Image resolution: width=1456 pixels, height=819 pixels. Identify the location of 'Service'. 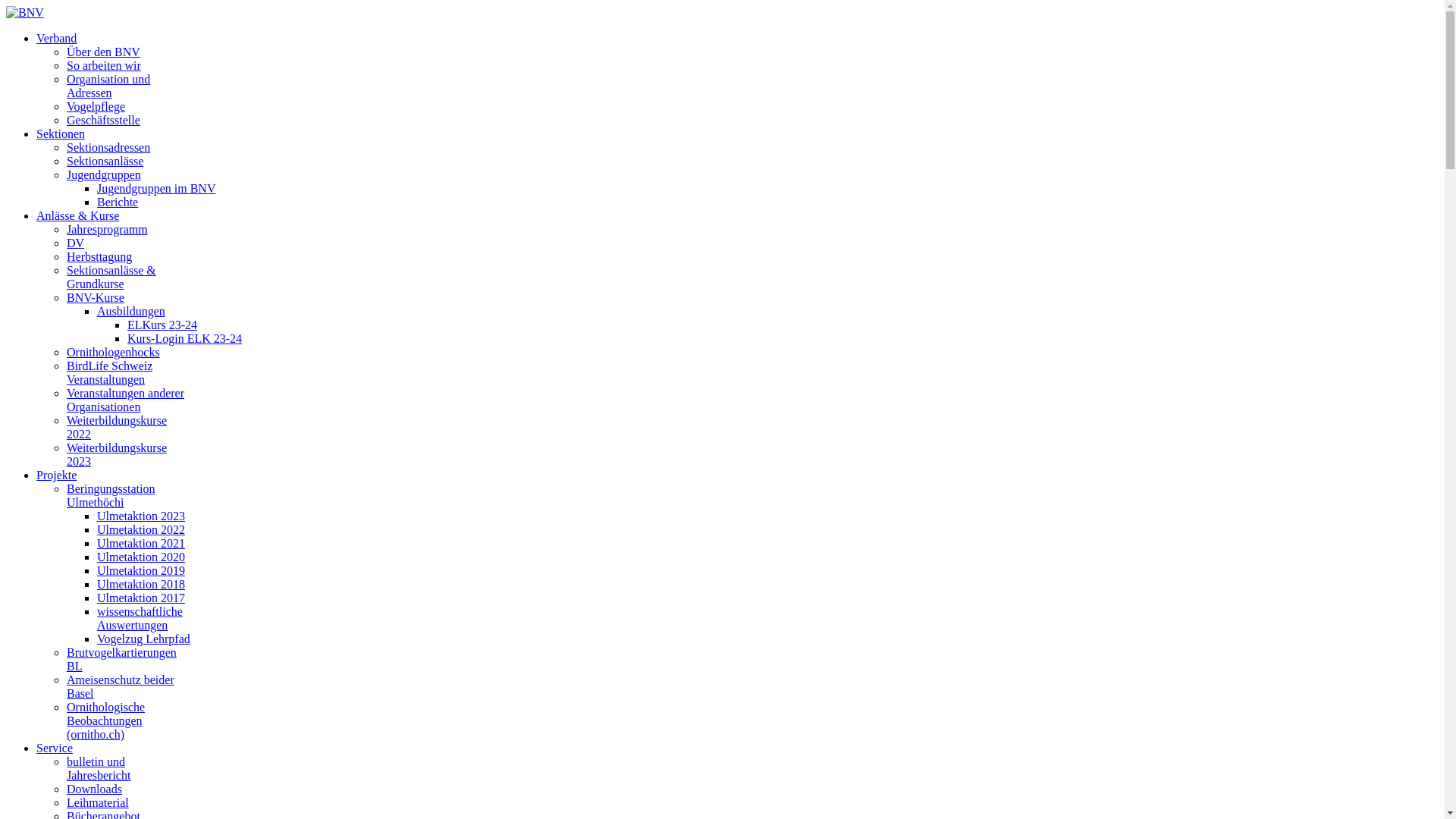
(55, 747).